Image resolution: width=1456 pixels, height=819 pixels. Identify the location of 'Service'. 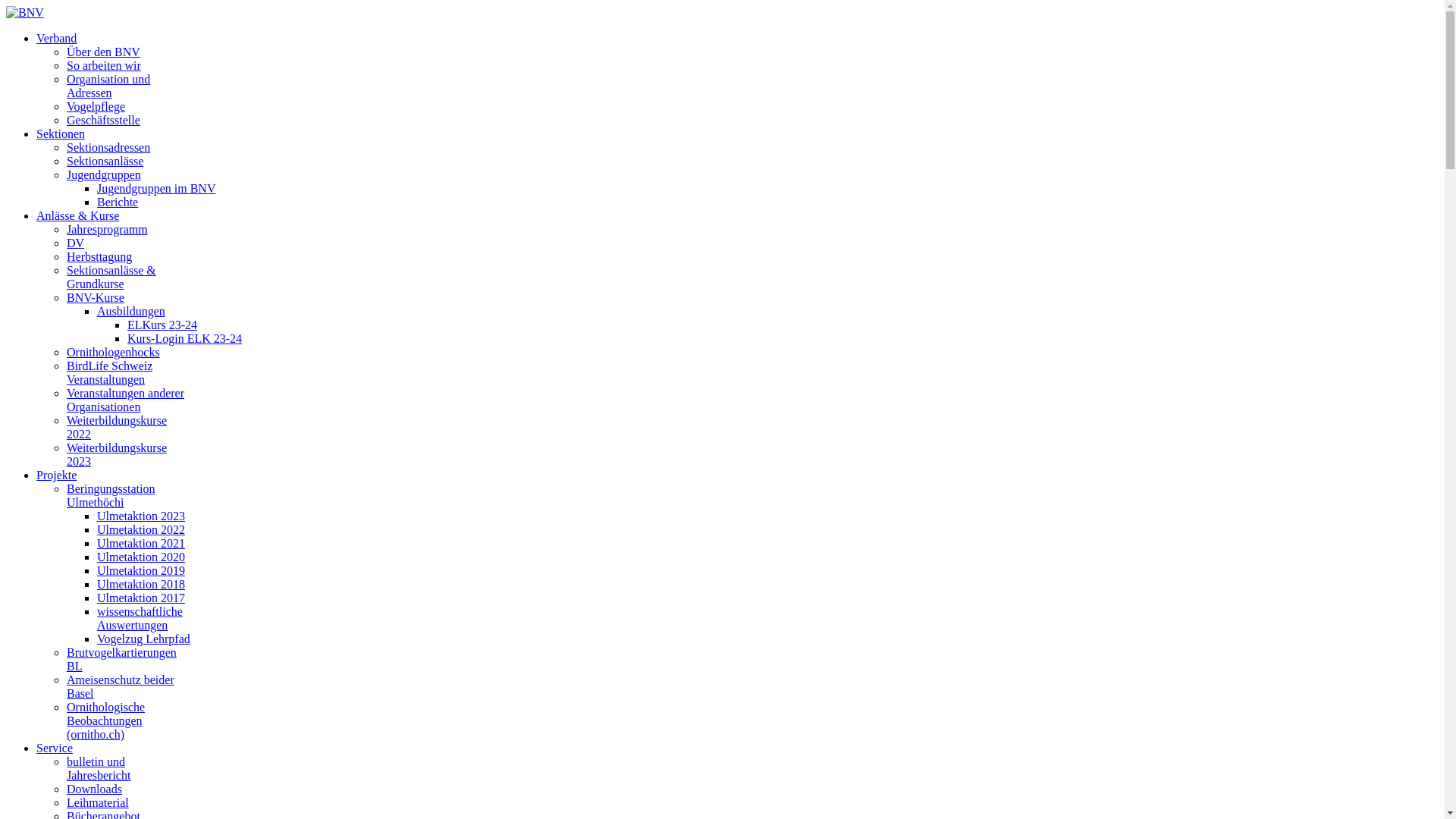
(55, 747).